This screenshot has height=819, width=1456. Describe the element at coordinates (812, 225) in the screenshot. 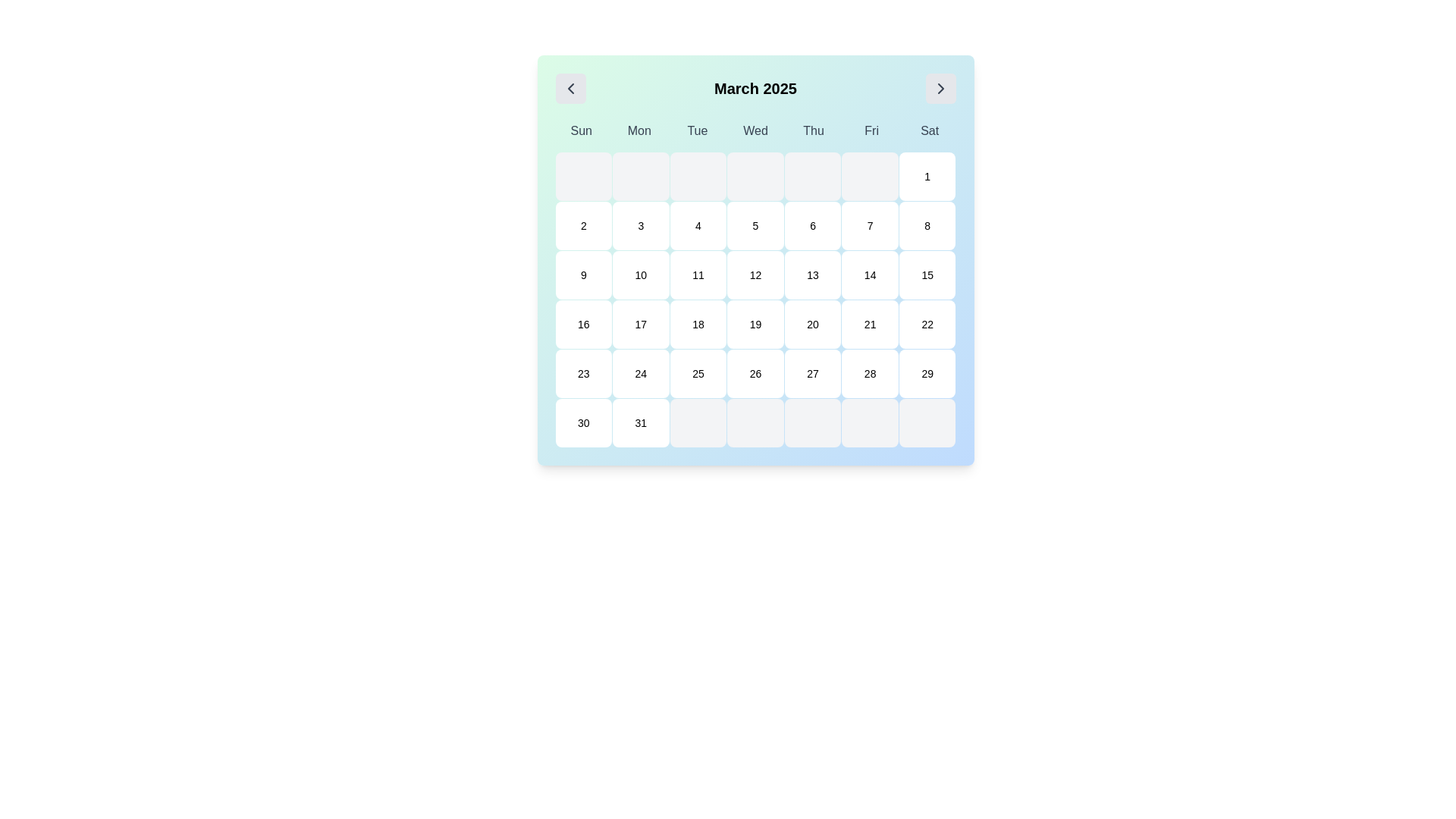

I see `the white rounded square button with the number '6' displayed at its center, located under 'March 2025' in the calendar grid layout` at that location.